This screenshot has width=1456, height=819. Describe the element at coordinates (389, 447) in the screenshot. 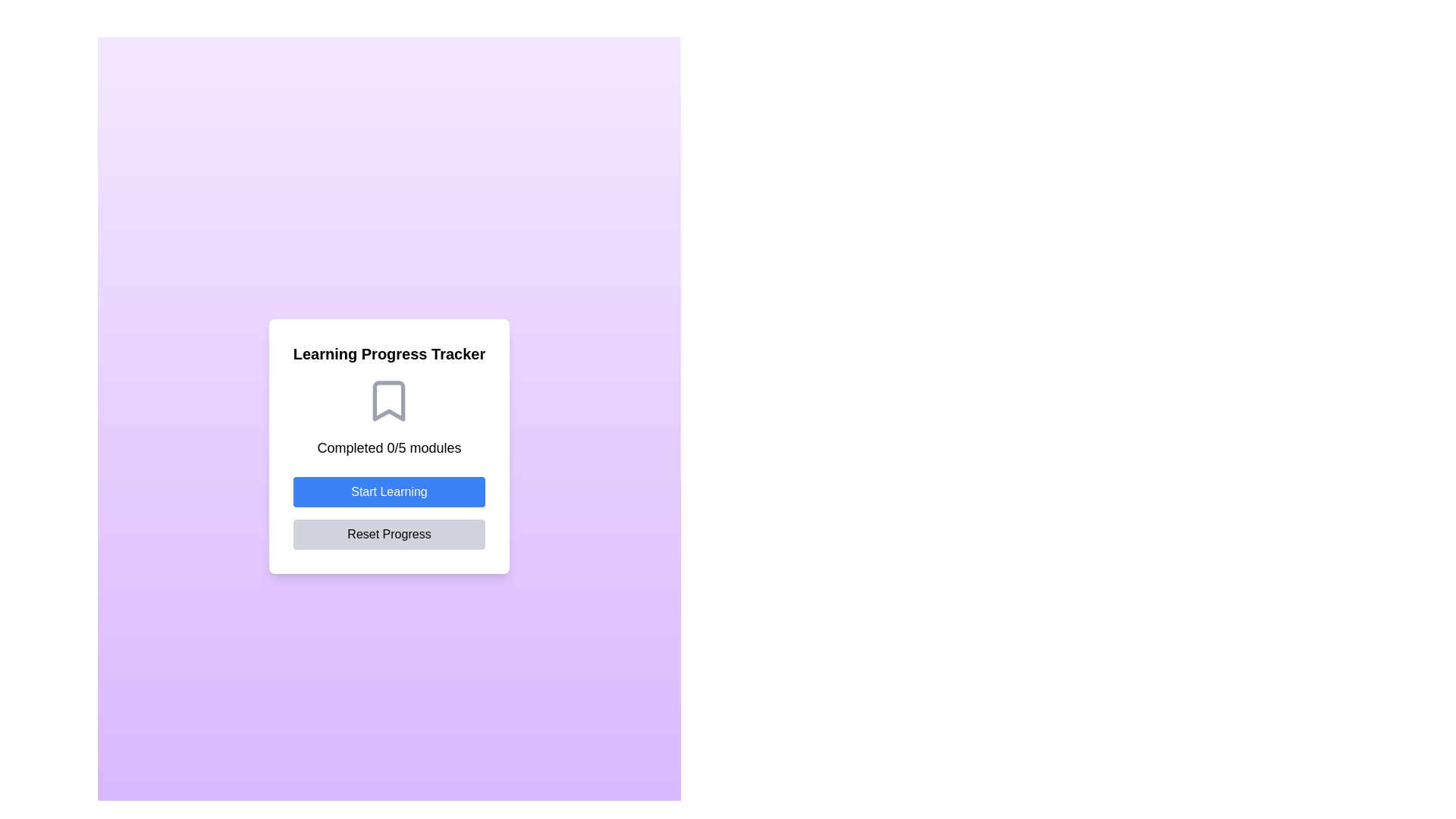

I see `progress information text located in the 'Learning Progress Tracker' section, positioned below the bookmark icon and above the 'Start Learning' and 'Reset Progress' buttons` at that location.